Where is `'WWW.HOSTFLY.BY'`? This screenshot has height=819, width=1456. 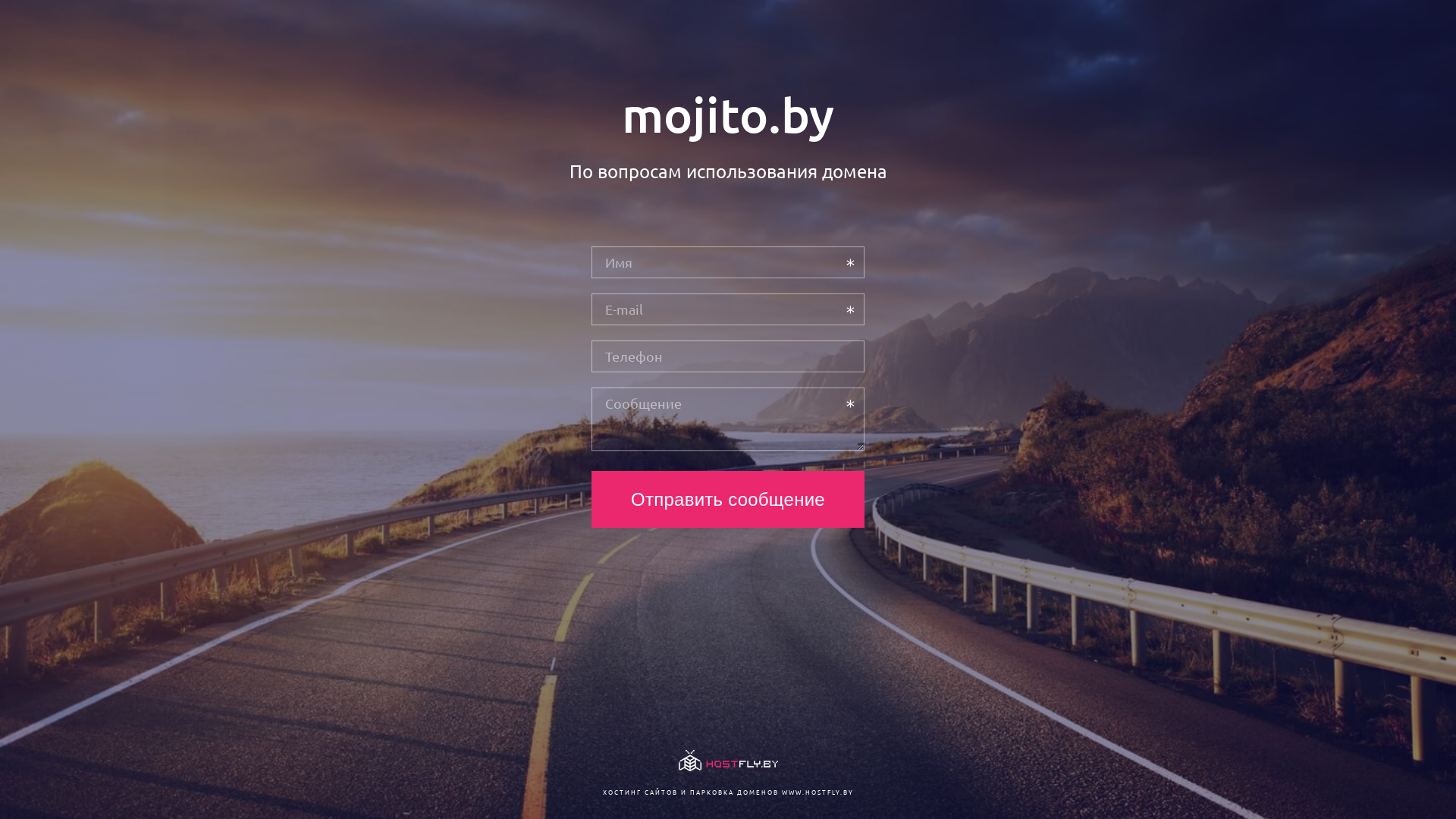
'WWW.HOSTFLY.BY' is located at coordinates (816, 791).